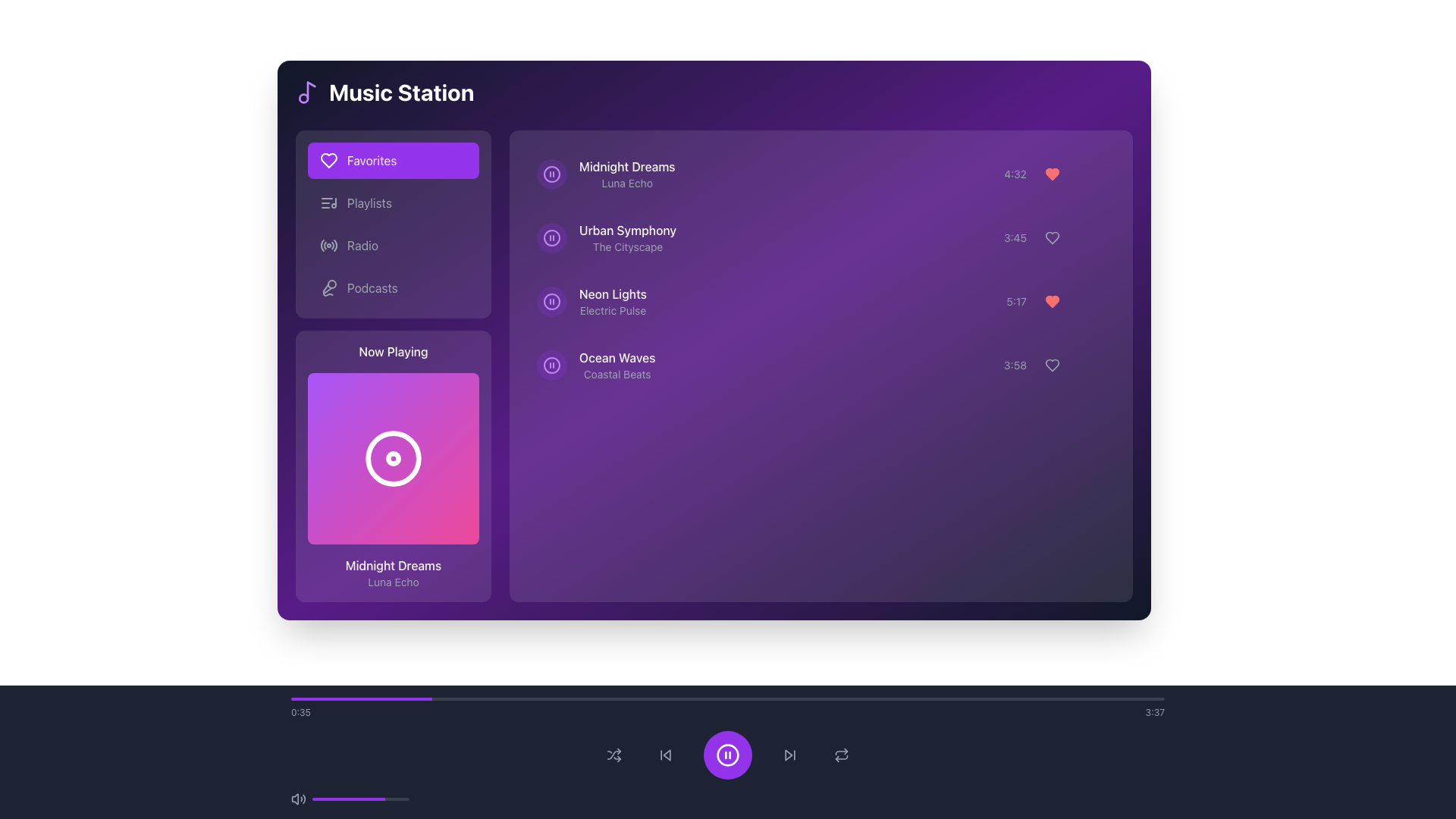  I want to click on the favorite button icon located in the fourth row of the vertical list in the right panel, positioned to the right of the duration text '3:58', so click(1053, 366).